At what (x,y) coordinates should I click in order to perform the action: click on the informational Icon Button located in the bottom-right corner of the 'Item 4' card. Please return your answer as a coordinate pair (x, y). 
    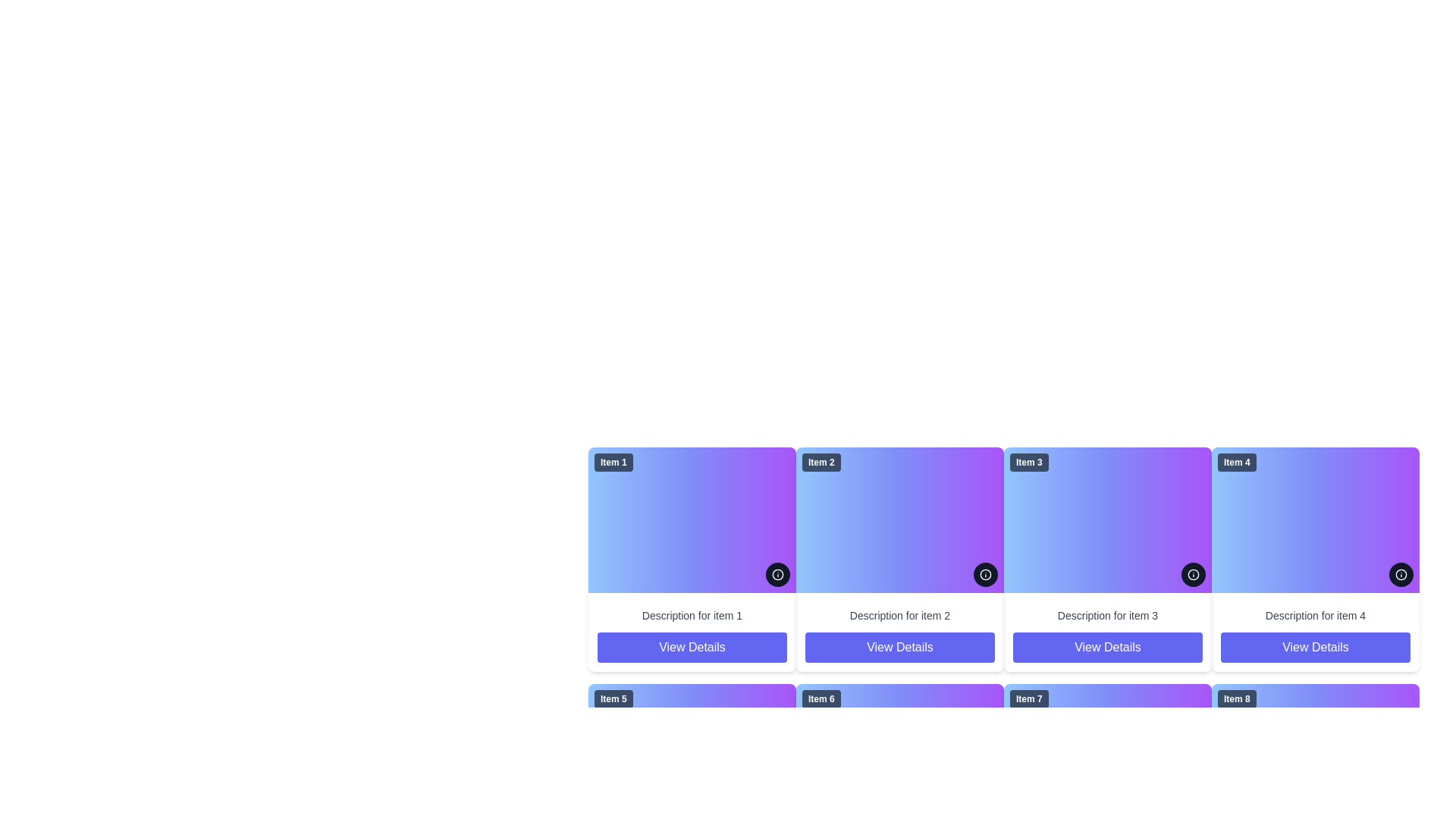
    Looking at the image, I should click on (1401, 575).